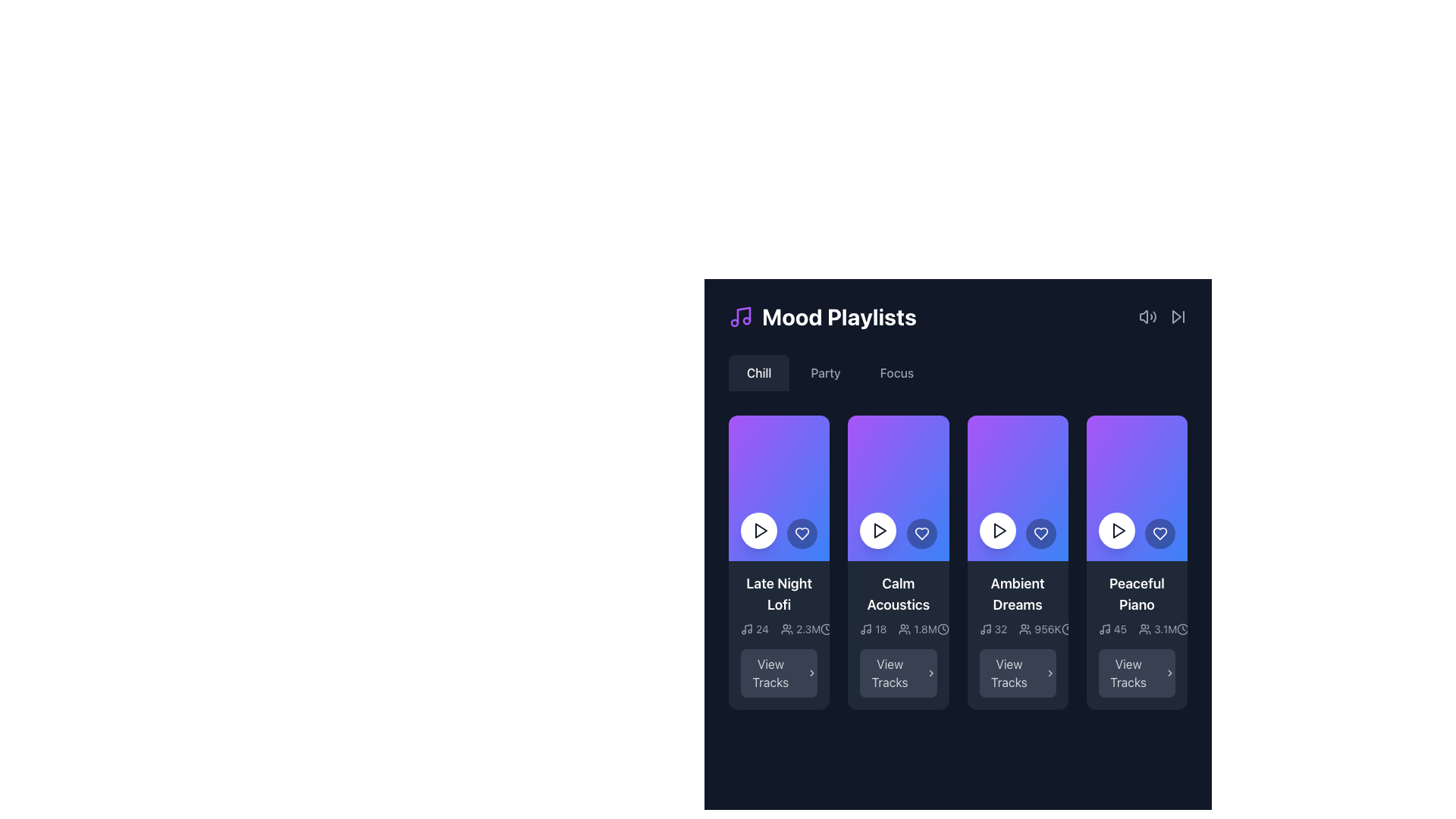 The image size is (1456, 819). What do you see at coordinates (779, 672) in the screenshot?
I see `the button for the 'Late Night Lofi' playlist located at the bottom of the playlist card` at bounding box center [779, 672].